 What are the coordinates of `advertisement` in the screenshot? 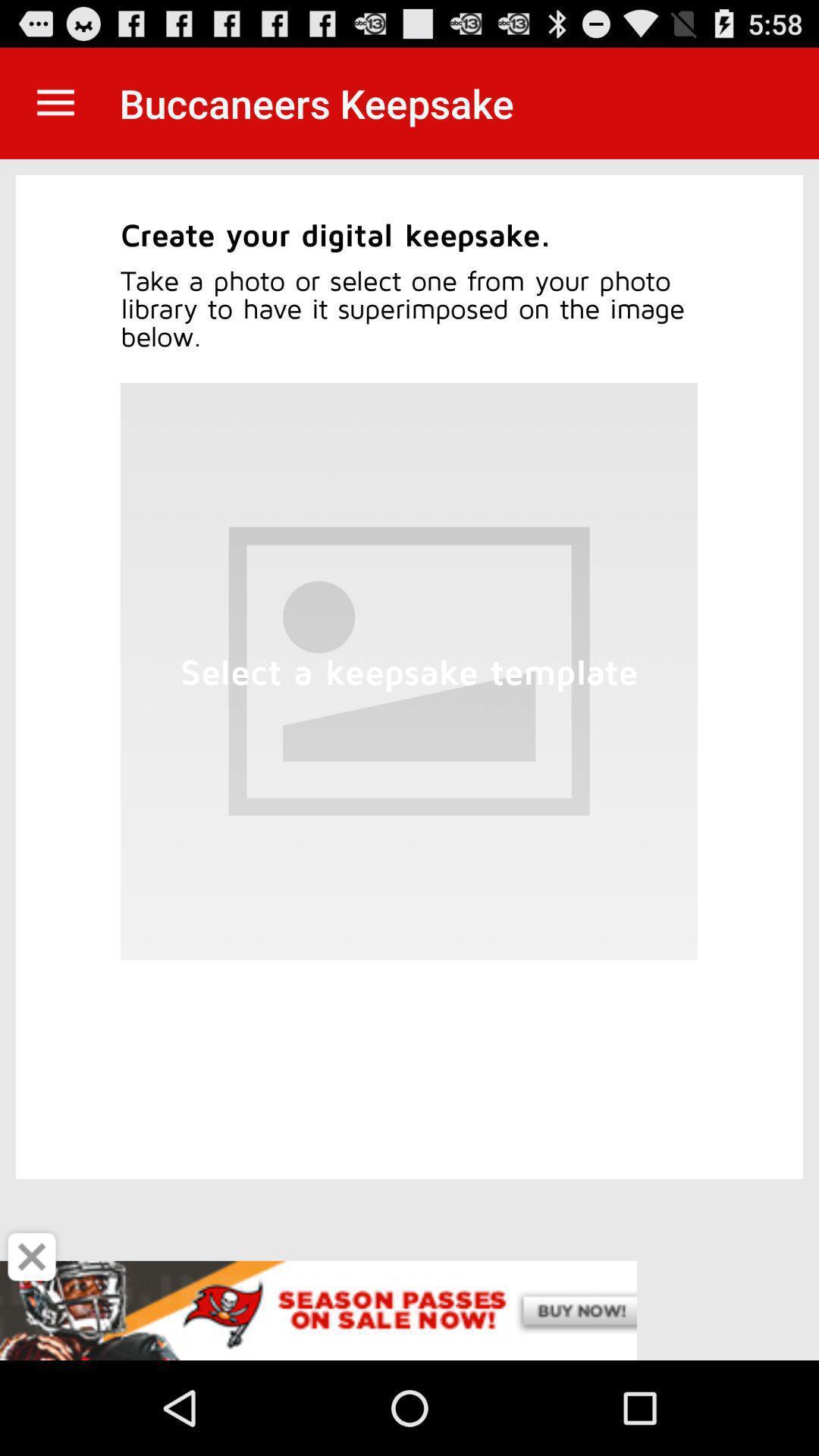 It's located at (32, 1257).